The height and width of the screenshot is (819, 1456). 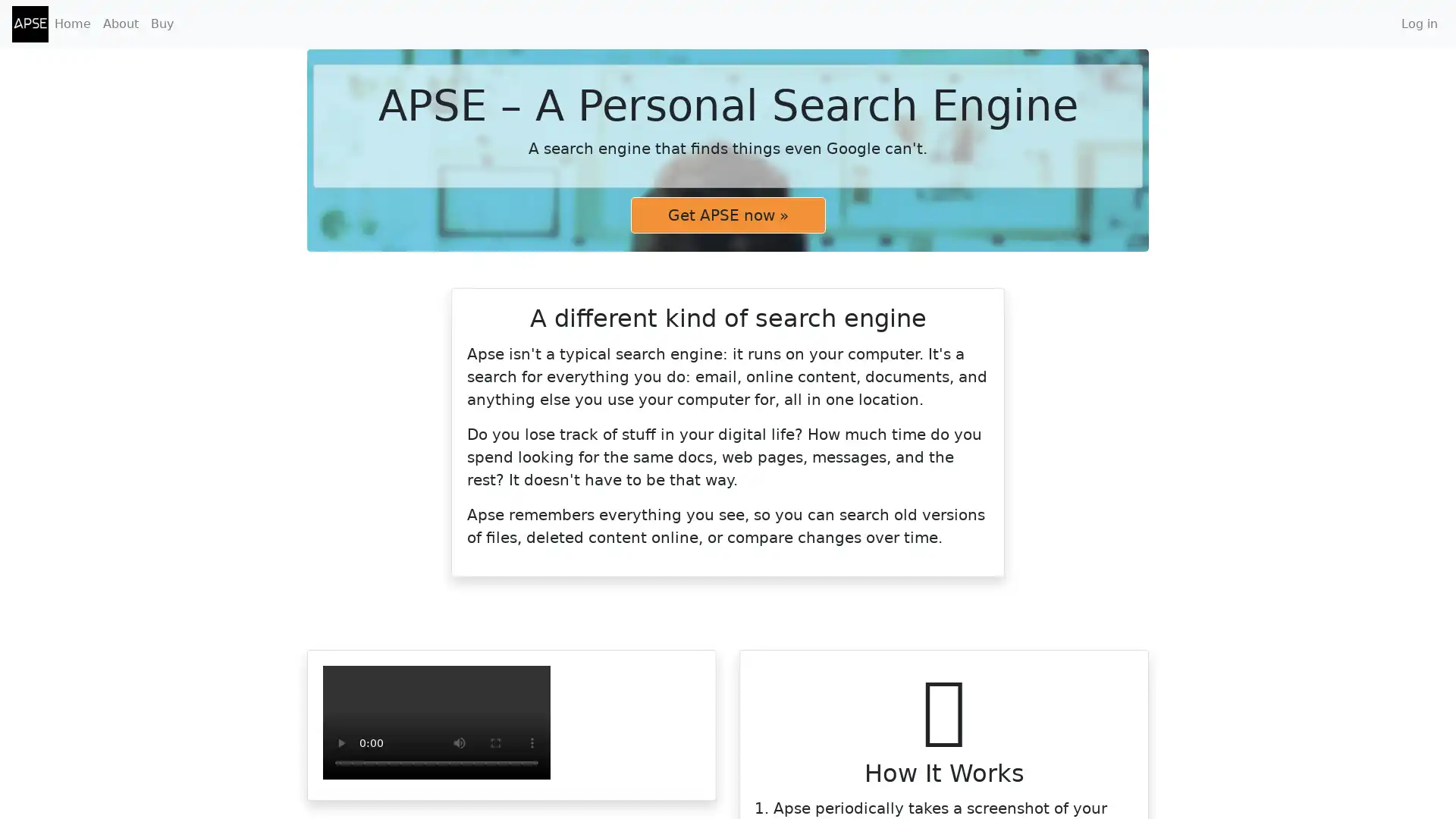 What do you see at coordinates (340, 742) in the screenshot?
I see `play` at bounding box center [340, 742].